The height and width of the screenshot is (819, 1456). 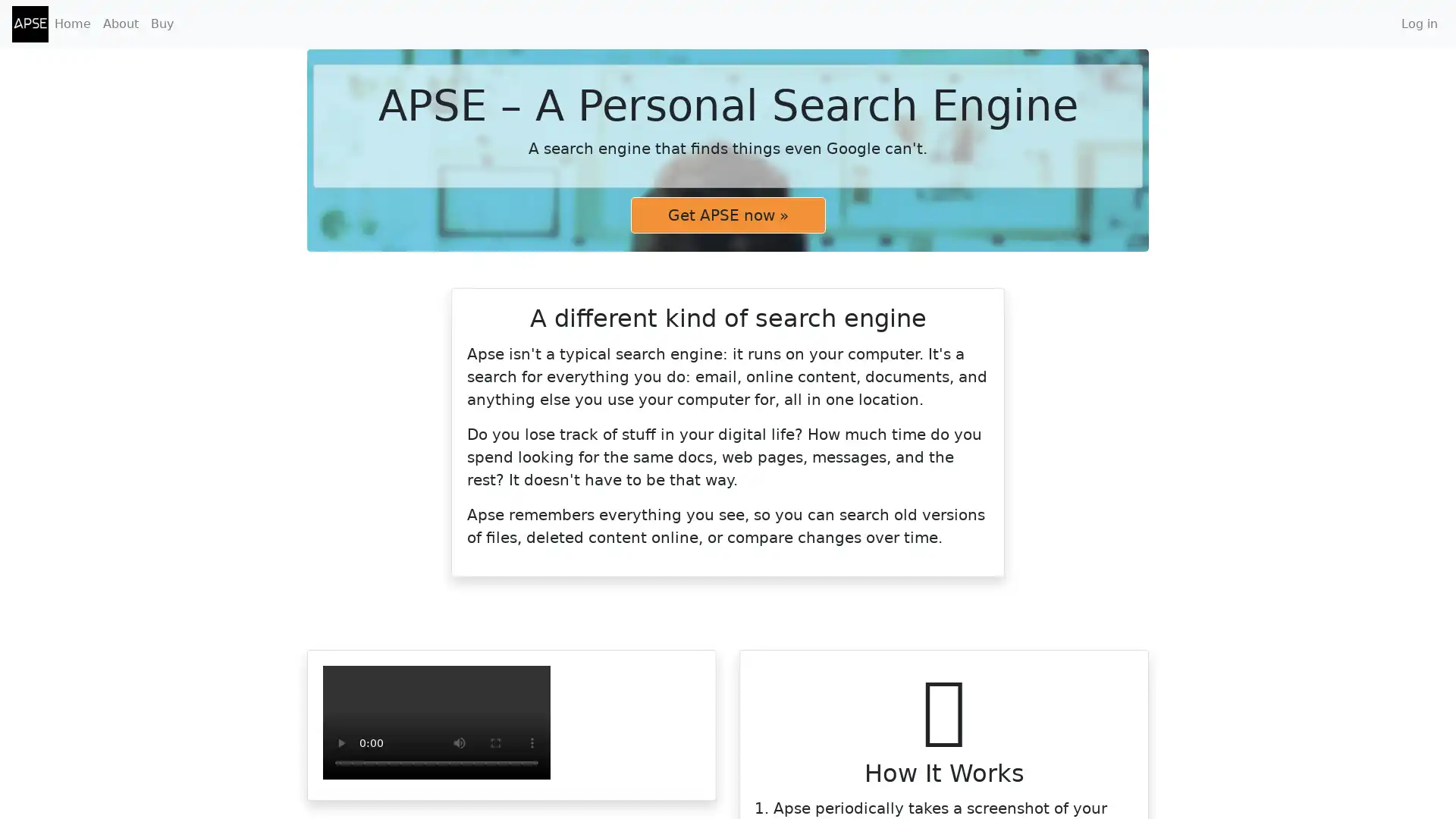 What do you see at coordinates (340, 742) in the screenshot?
I see `play` at bounding box center [340, 742].